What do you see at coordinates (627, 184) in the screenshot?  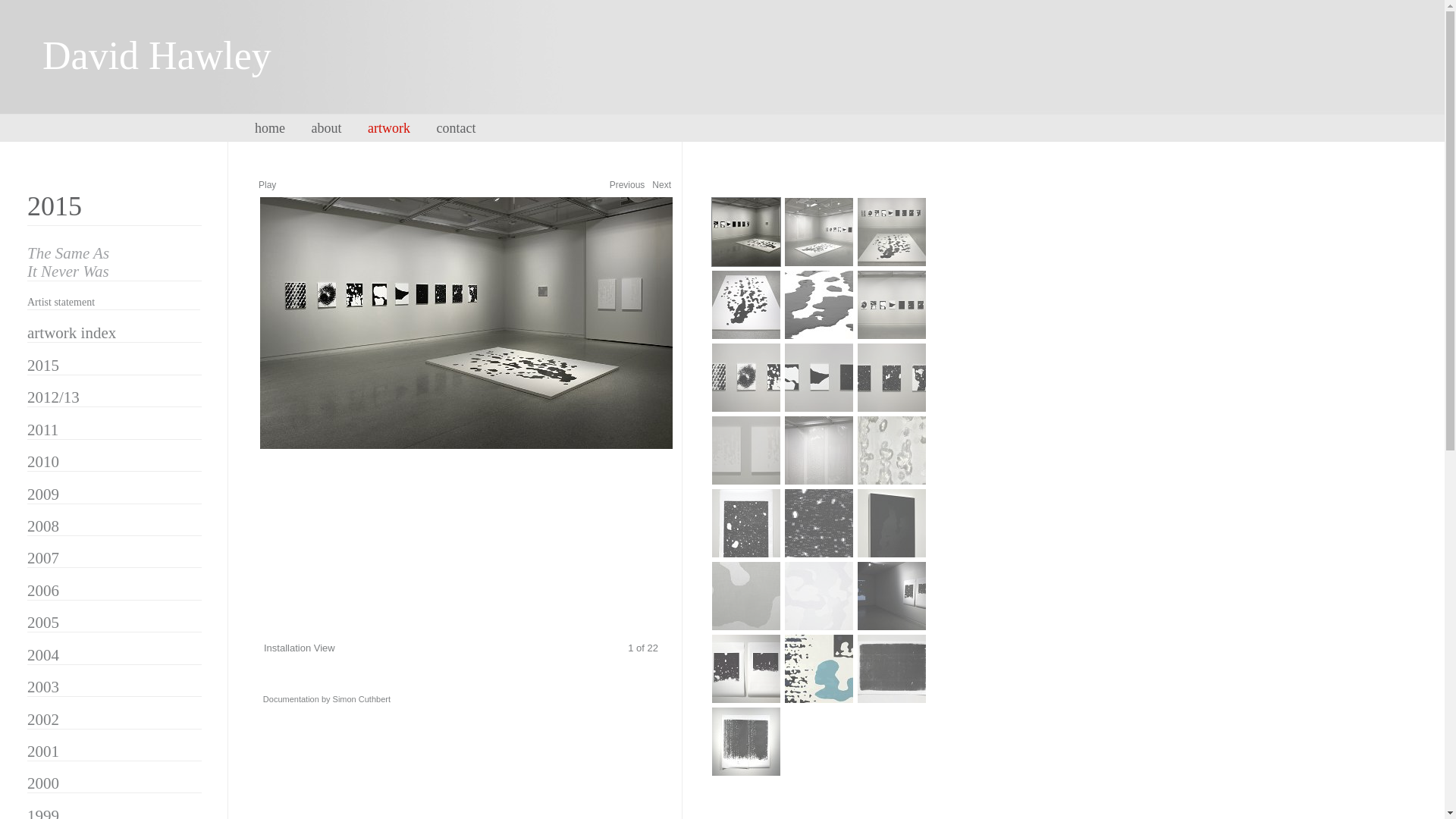 I see `'Previous'` at bounding box center [627, 184].